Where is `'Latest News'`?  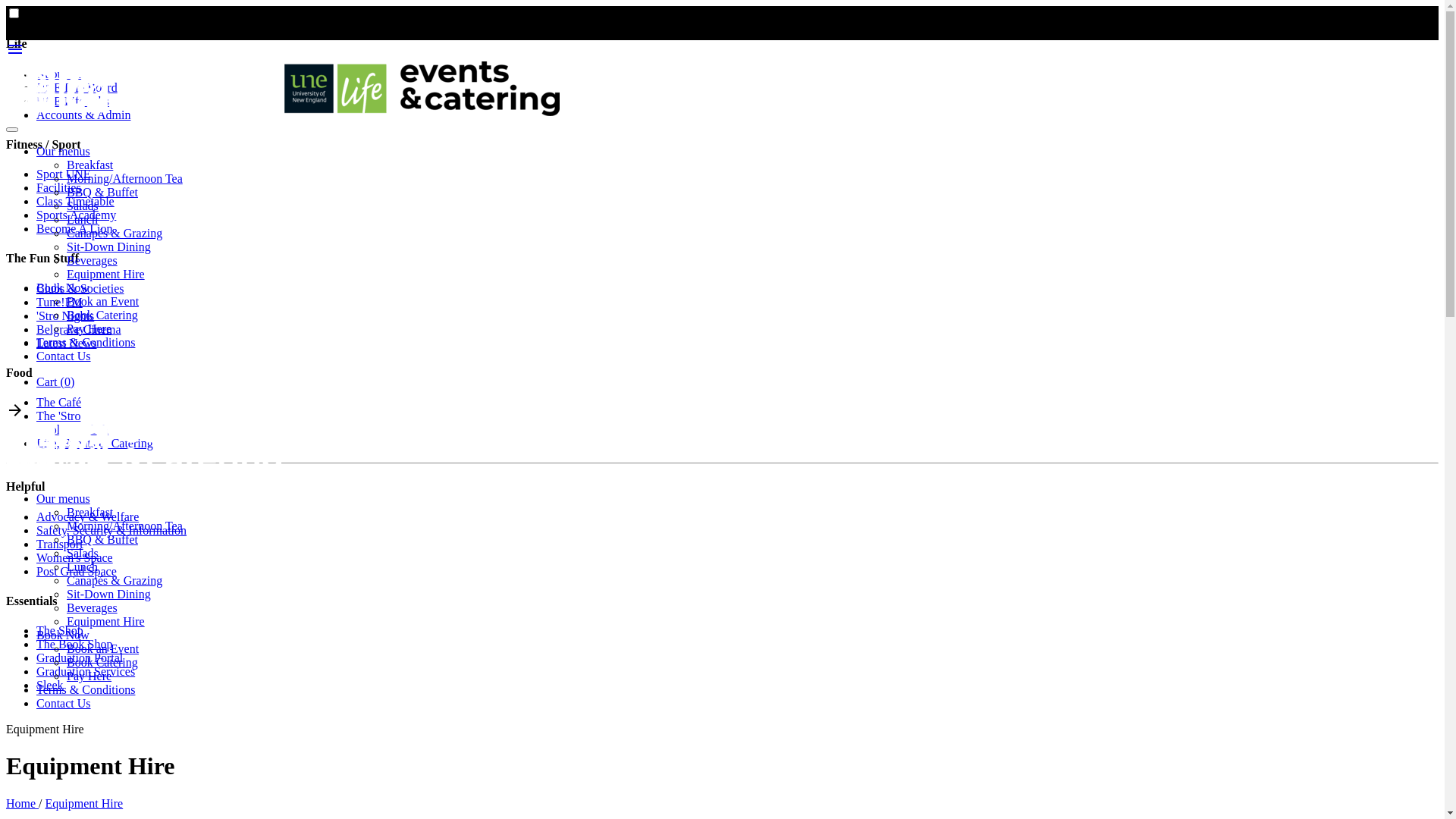
'Latest News' is located at coordinates (65, 343).